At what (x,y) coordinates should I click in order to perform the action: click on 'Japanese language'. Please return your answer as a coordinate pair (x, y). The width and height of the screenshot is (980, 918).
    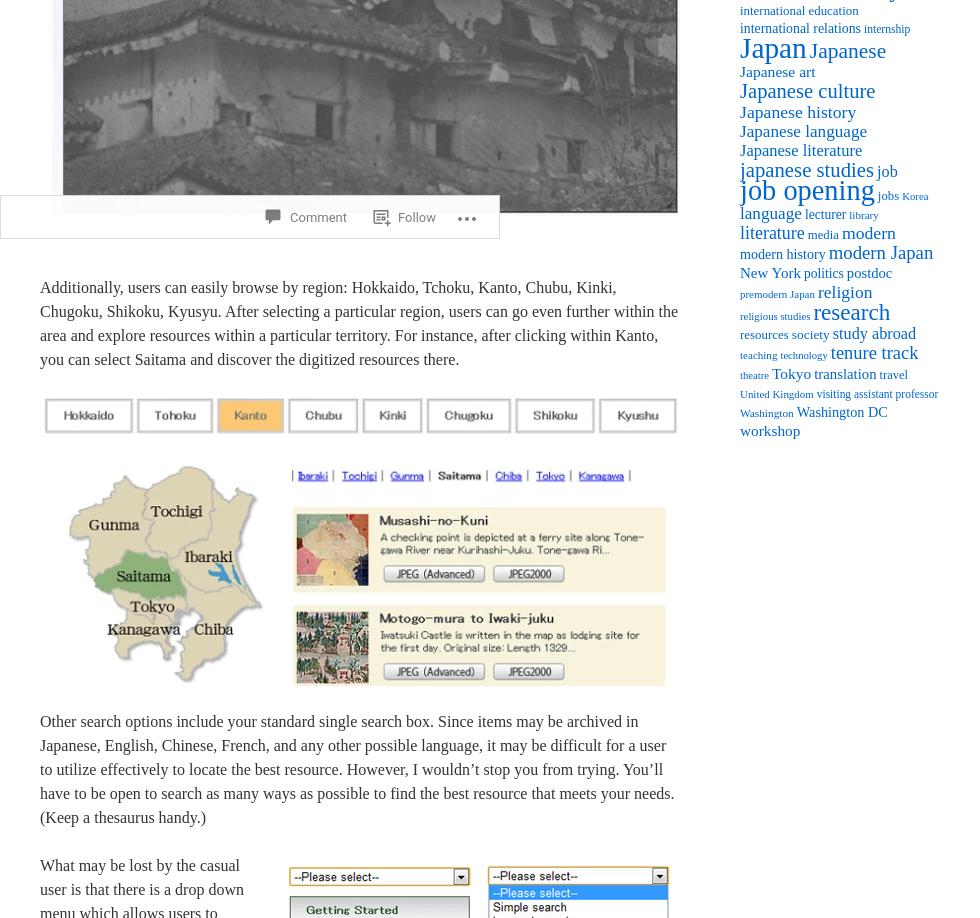
    Looking at the image, I should click on (803, 130).